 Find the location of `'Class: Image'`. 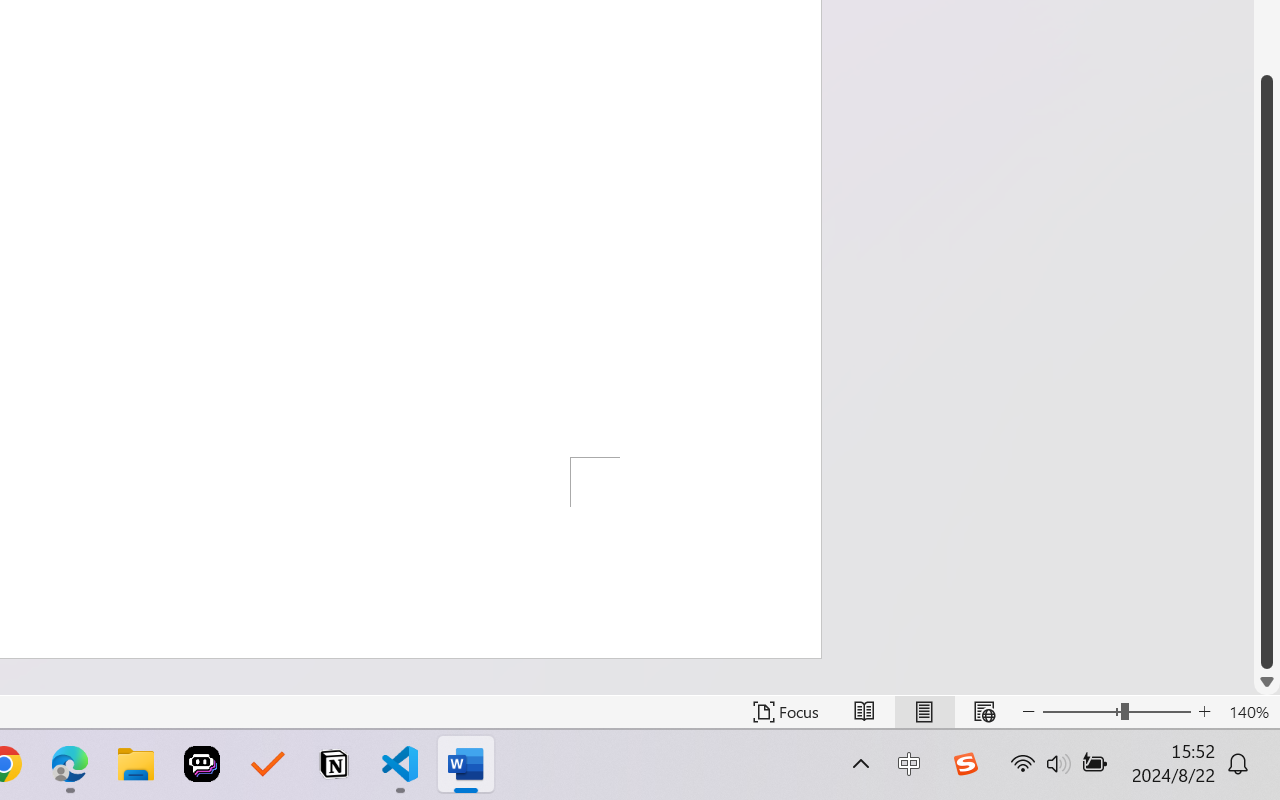

'Class: Image' is located at coordinates (965, 764).